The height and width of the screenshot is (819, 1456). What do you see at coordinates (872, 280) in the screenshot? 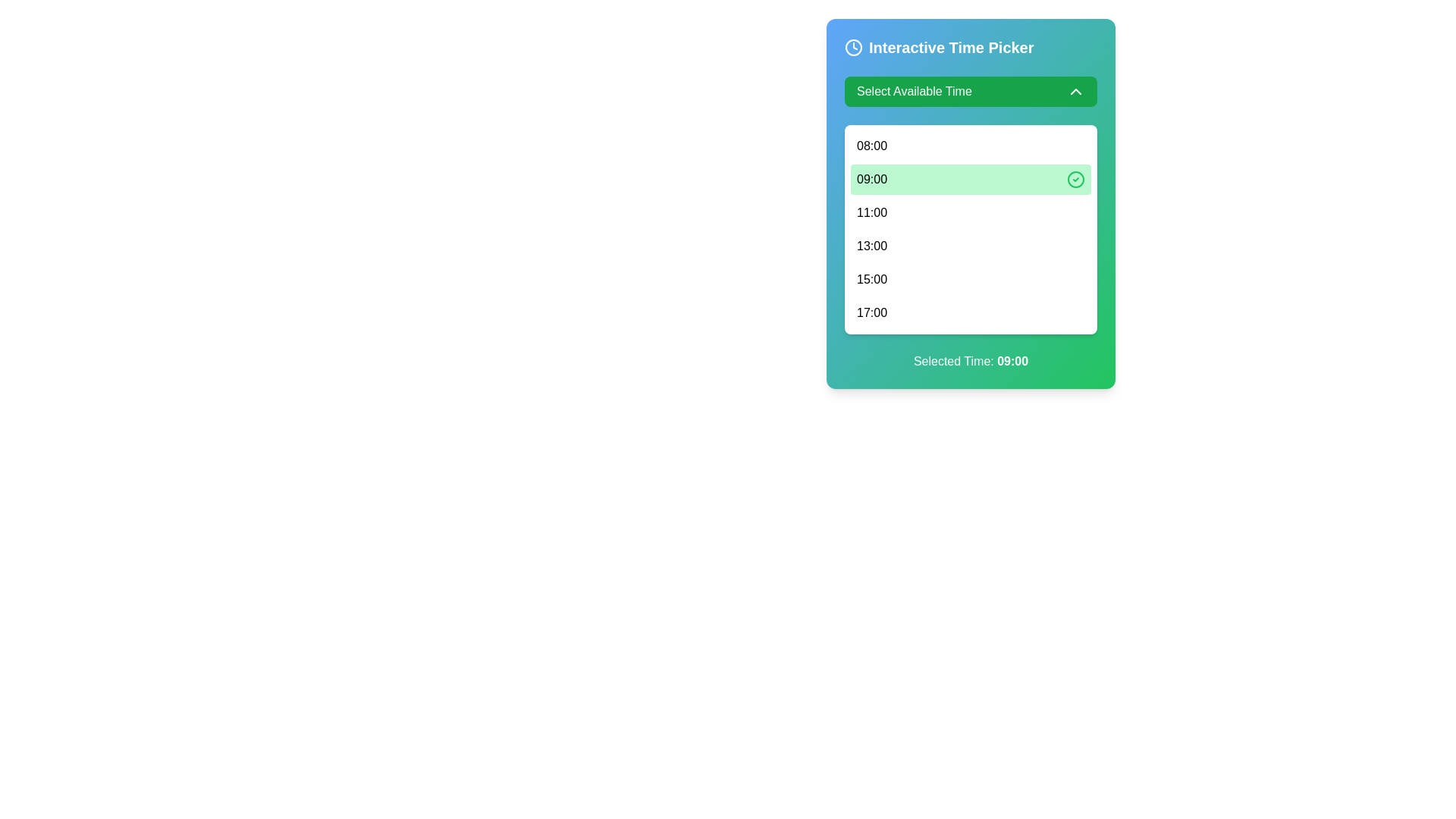
I see `the text label displaying the time '15:00'` at bounding box center [872, 280].